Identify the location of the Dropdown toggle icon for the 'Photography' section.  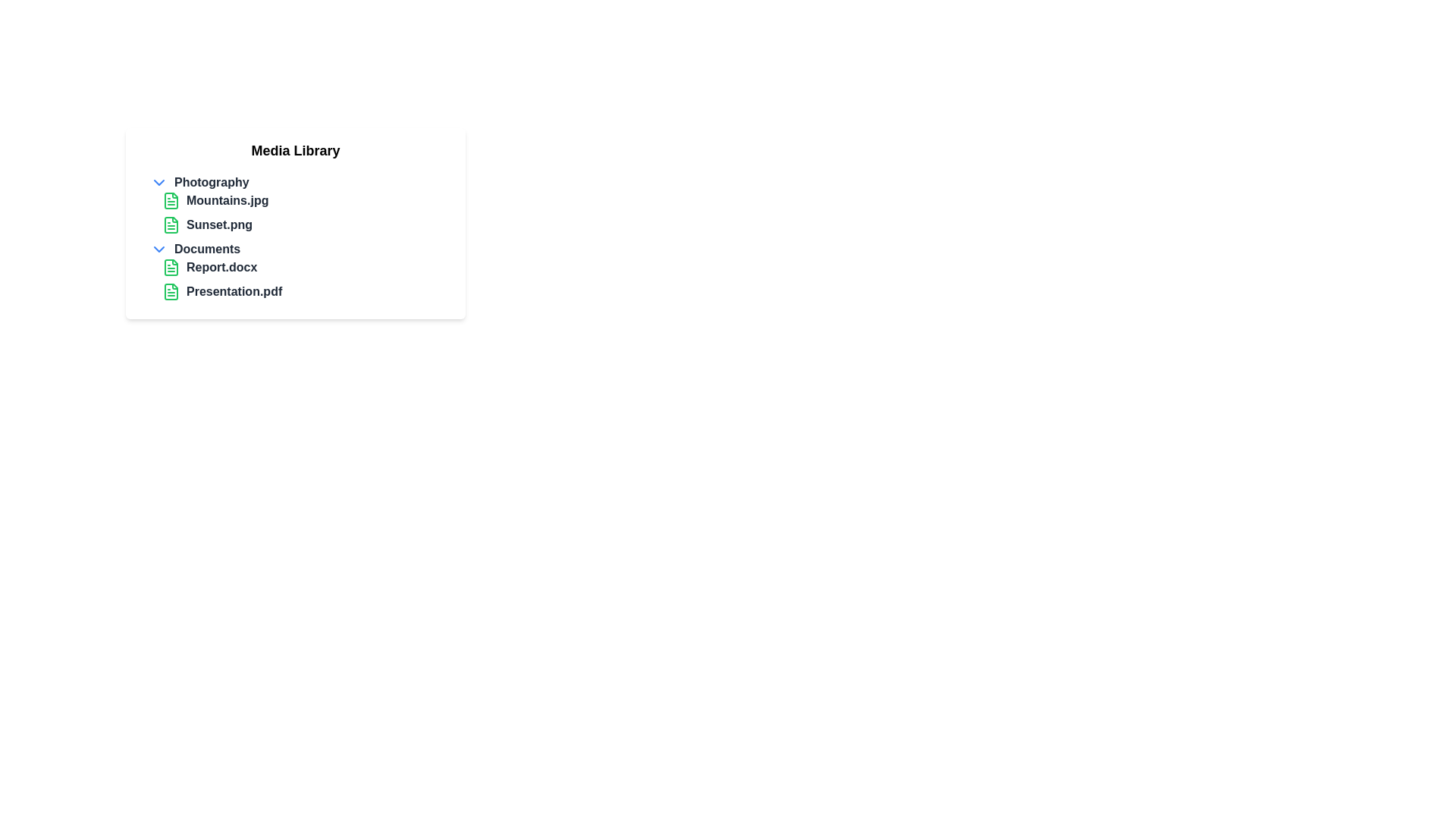
(159, 181).